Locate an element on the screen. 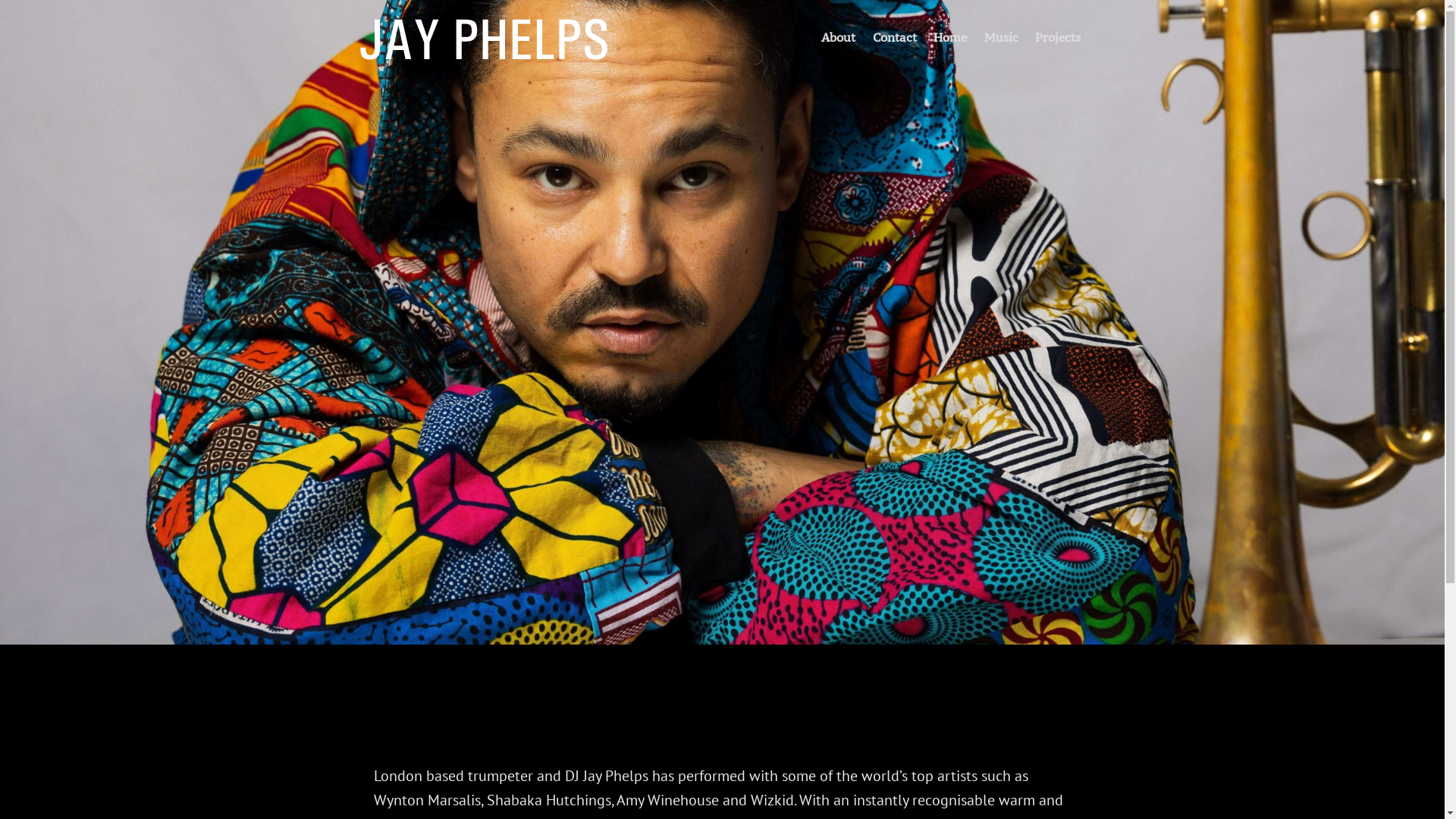 Image resolution: width=1456 pixels, height=819 pixels. 'Music' is located at coordinates (1001, 35).